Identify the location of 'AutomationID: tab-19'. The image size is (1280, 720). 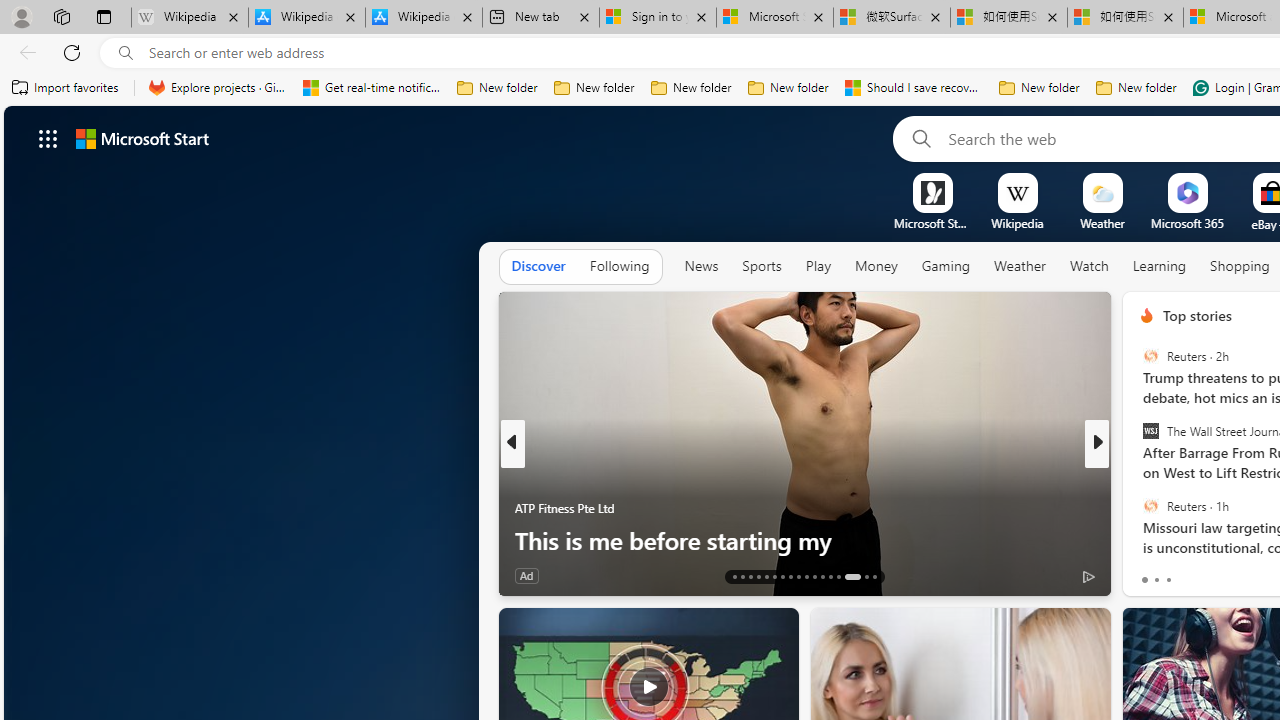
(781, 577).